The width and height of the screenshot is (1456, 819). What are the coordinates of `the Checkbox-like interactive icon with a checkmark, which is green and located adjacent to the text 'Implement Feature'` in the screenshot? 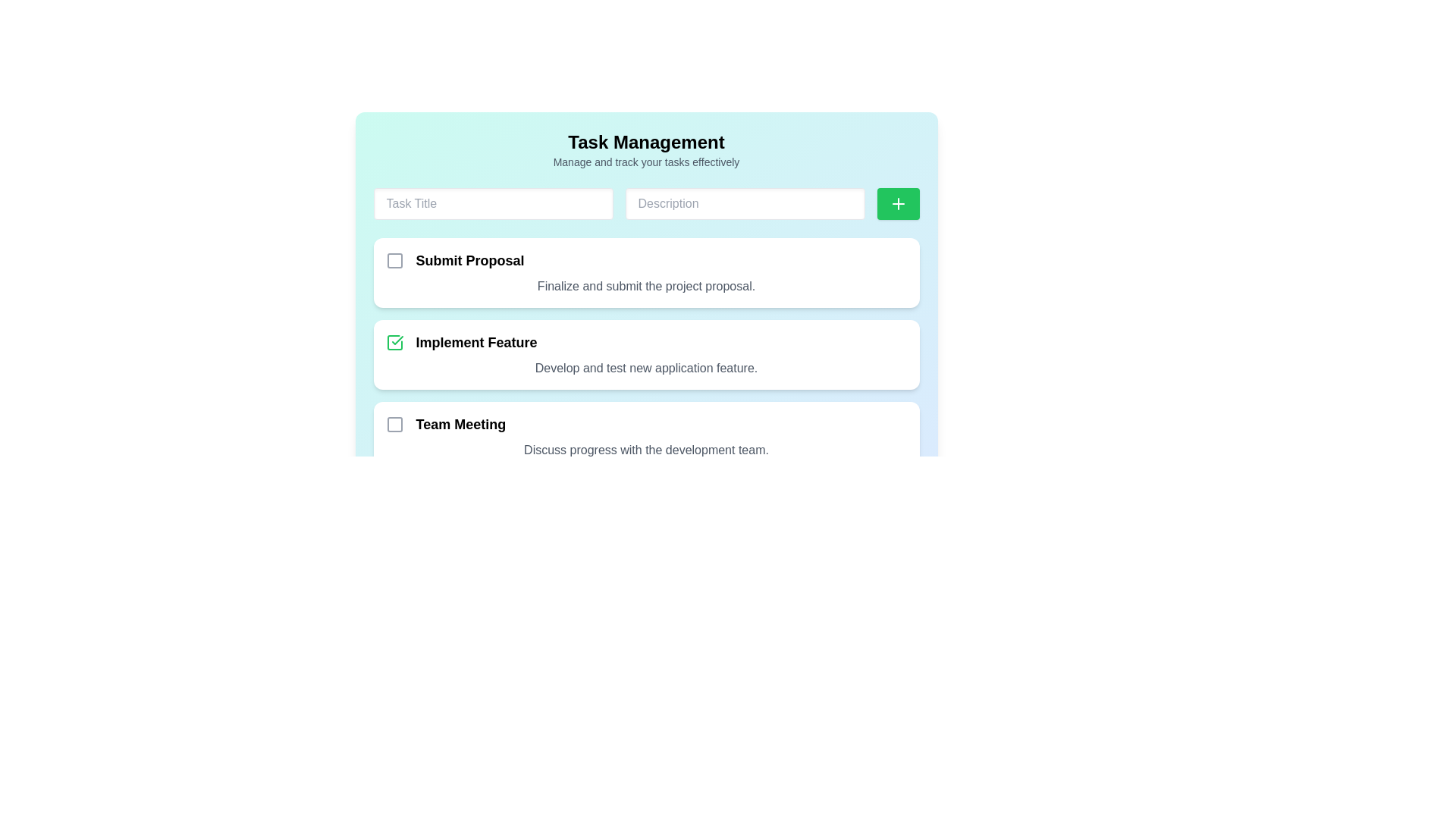 It's located at (394, 342).